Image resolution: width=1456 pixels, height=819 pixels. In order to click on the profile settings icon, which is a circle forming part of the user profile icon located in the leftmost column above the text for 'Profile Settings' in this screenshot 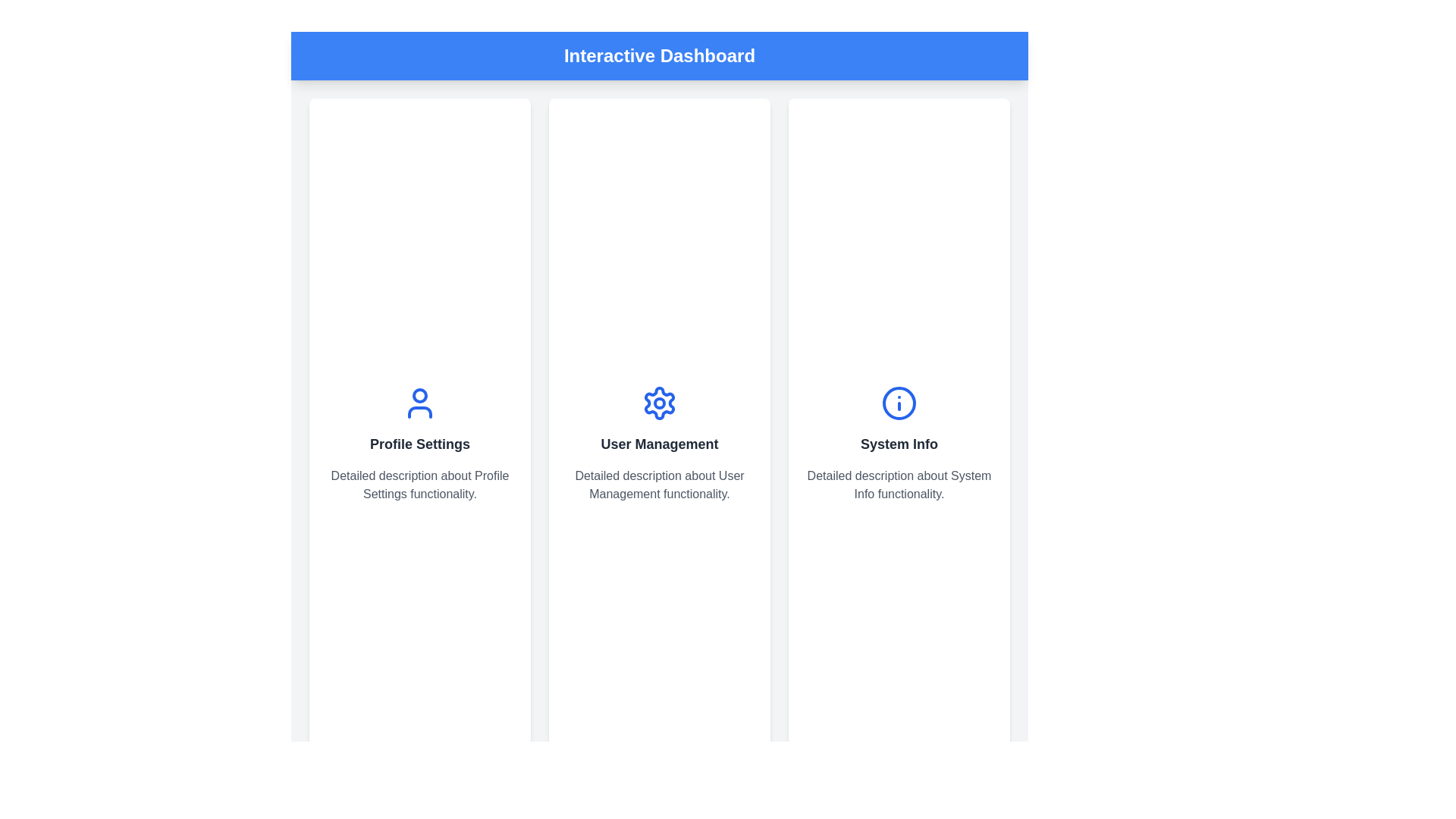, I will do `click(419, 394)`.